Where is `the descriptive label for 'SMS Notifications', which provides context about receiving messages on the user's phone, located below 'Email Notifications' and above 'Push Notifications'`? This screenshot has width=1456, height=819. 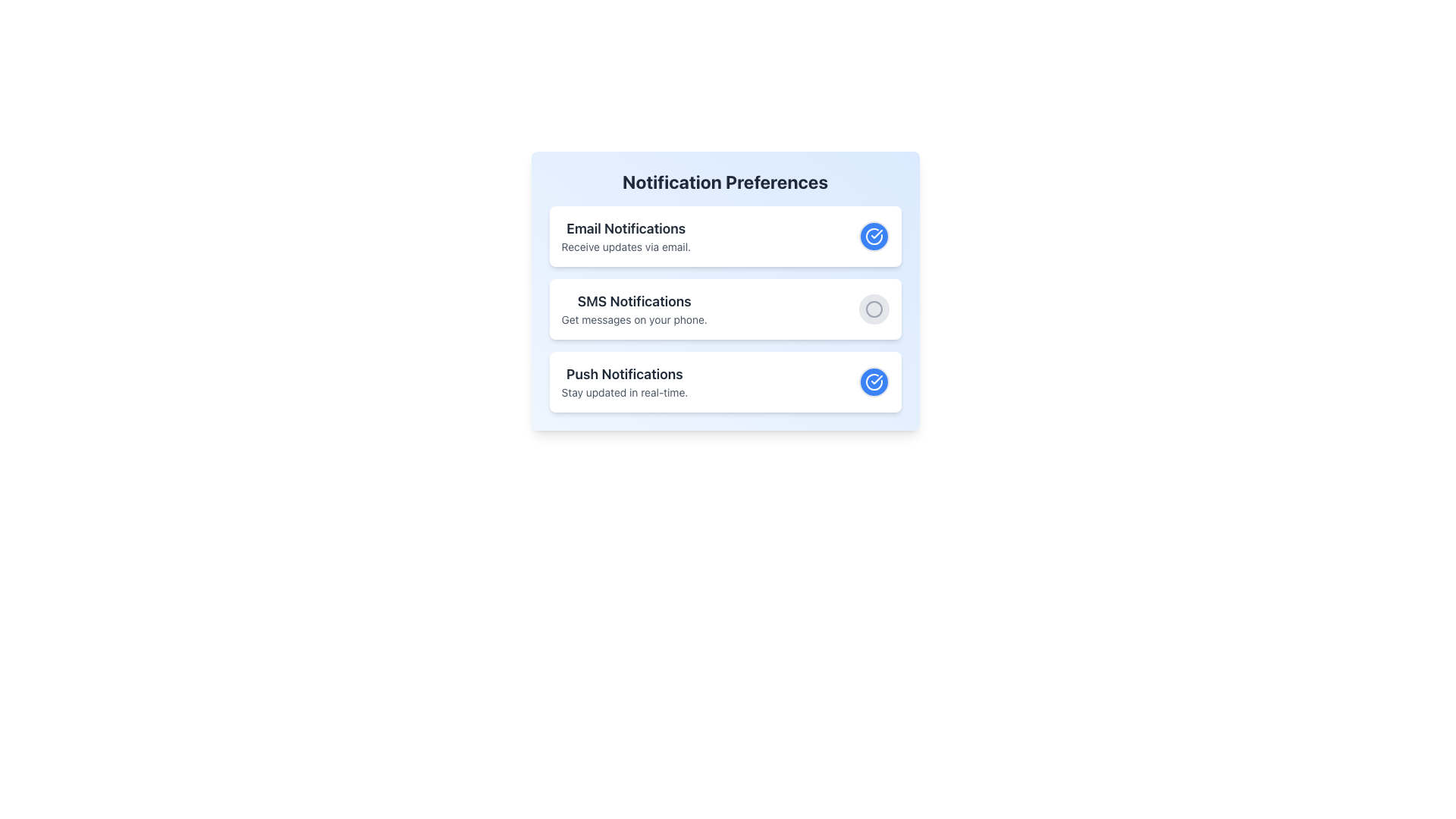 the descriptive label for 'SMS Notifications', which provides context about receiving messages on the user's phone, located below 'Email Notifications' and above 'Push Notifications' is located at coordinates (634, 309).